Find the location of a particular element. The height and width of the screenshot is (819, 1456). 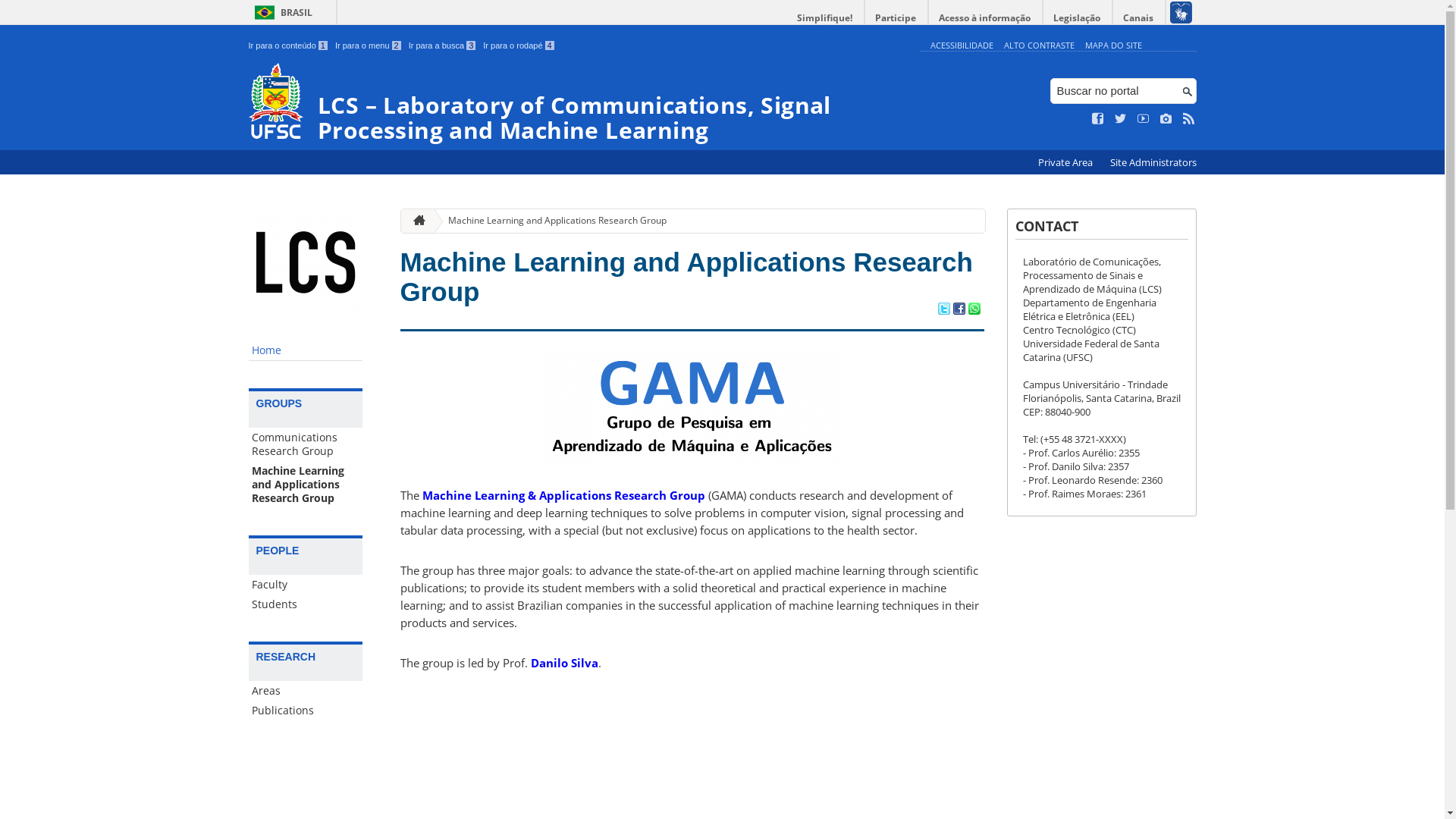

'ACESSIBILIDADE' is located at coordinates (960, 44).